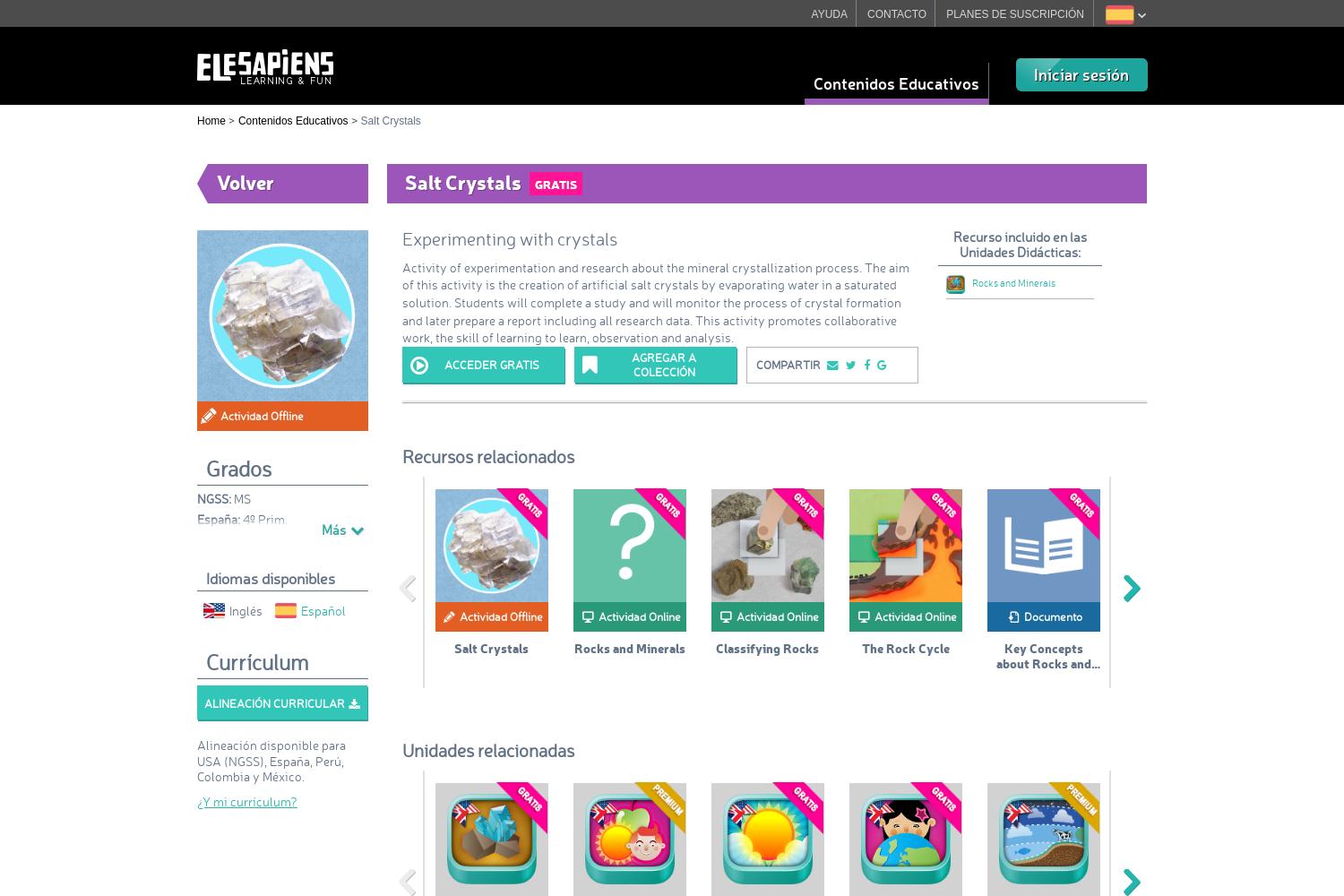  What do you see at coordinates (508, 239) in the screenshot?
I see `'Experimenting with crystals'` at bounding box center [508, 239].